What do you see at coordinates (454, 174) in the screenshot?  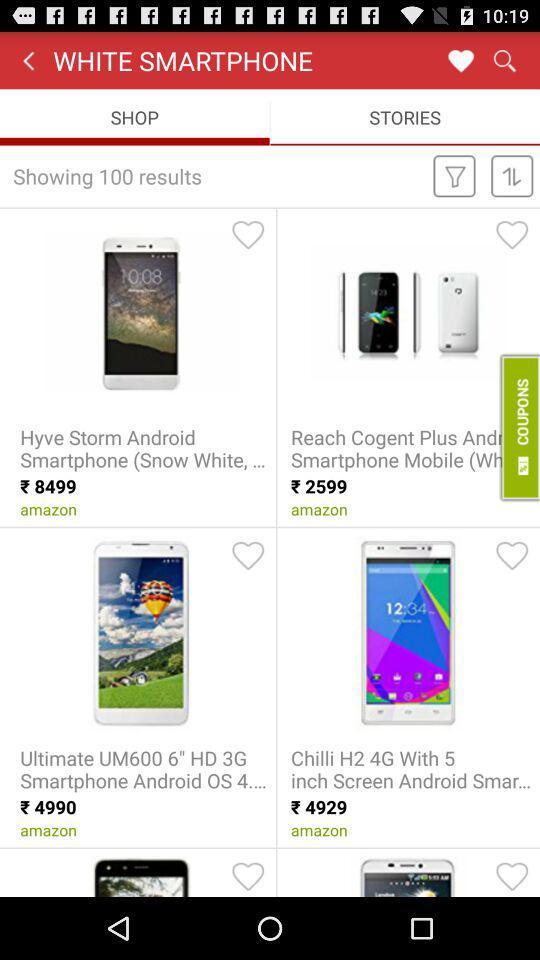 I see `the app next to the showing 100 results item` at bounding box center [454, 174].